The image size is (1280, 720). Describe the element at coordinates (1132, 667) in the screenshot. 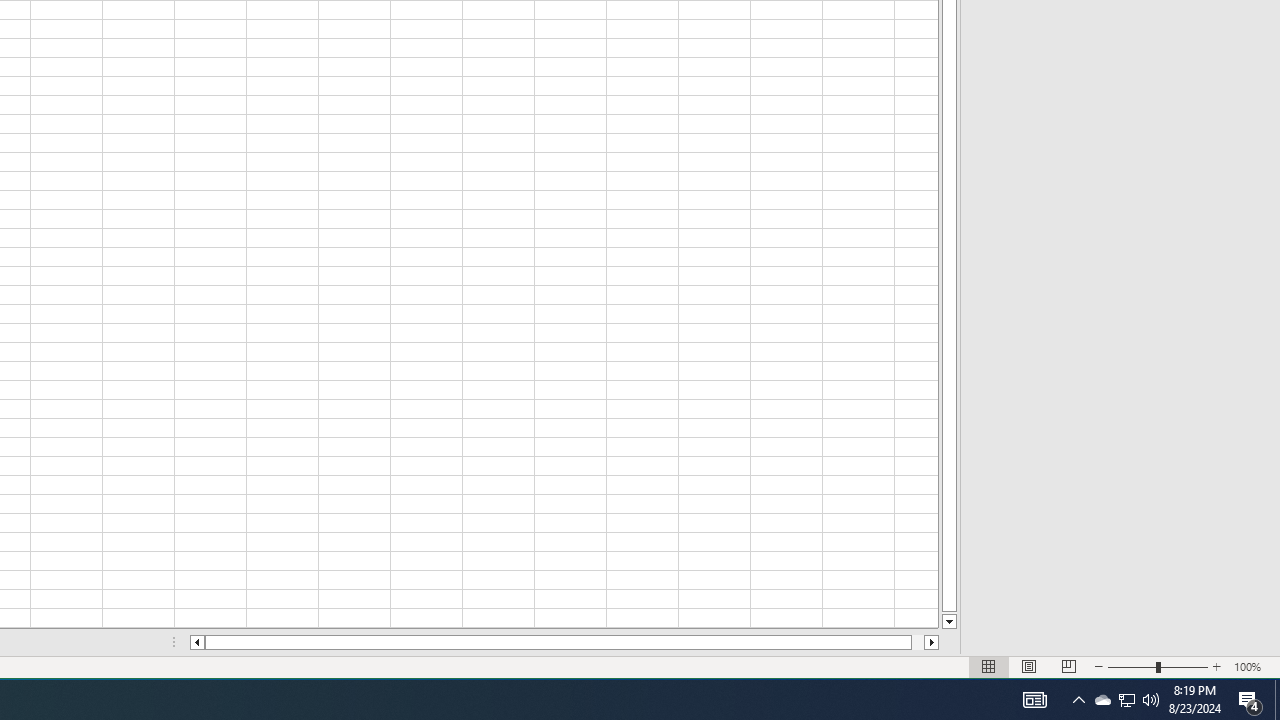

I see `'Zoom Out'` at that location.